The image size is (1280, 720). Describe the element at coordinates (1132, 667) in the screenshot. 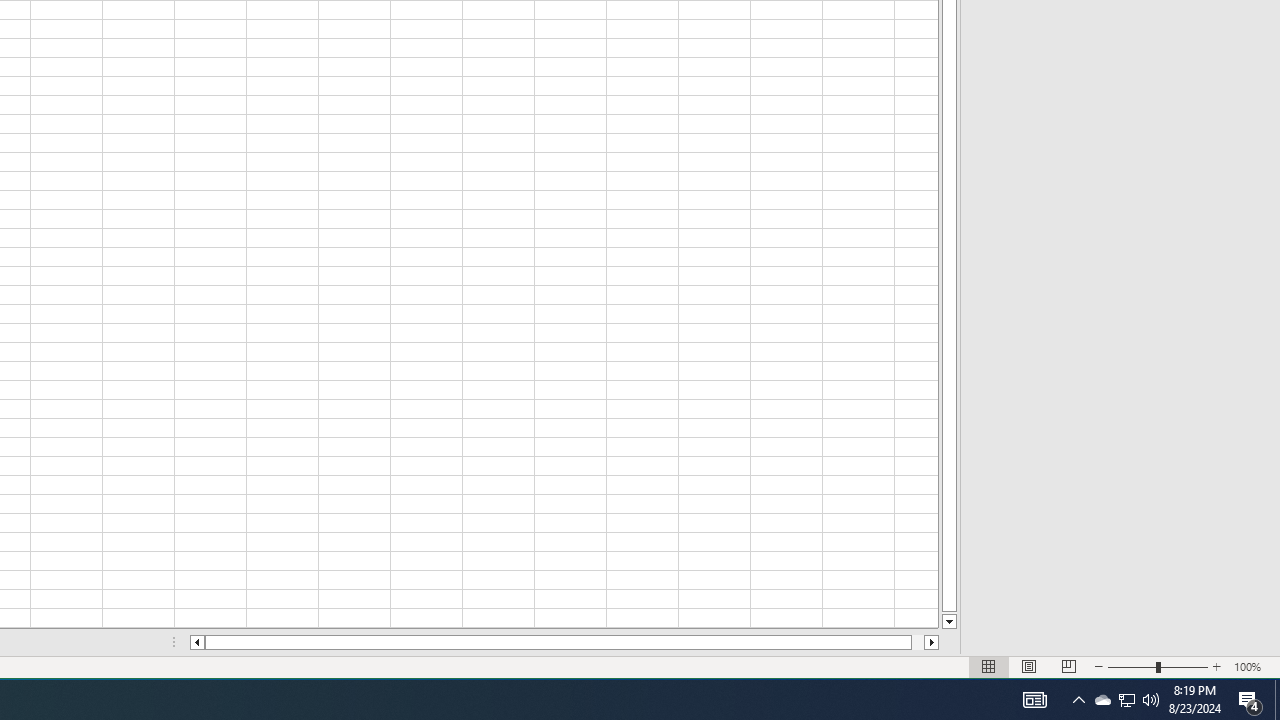

I see `'Zoom Out'` at that location.